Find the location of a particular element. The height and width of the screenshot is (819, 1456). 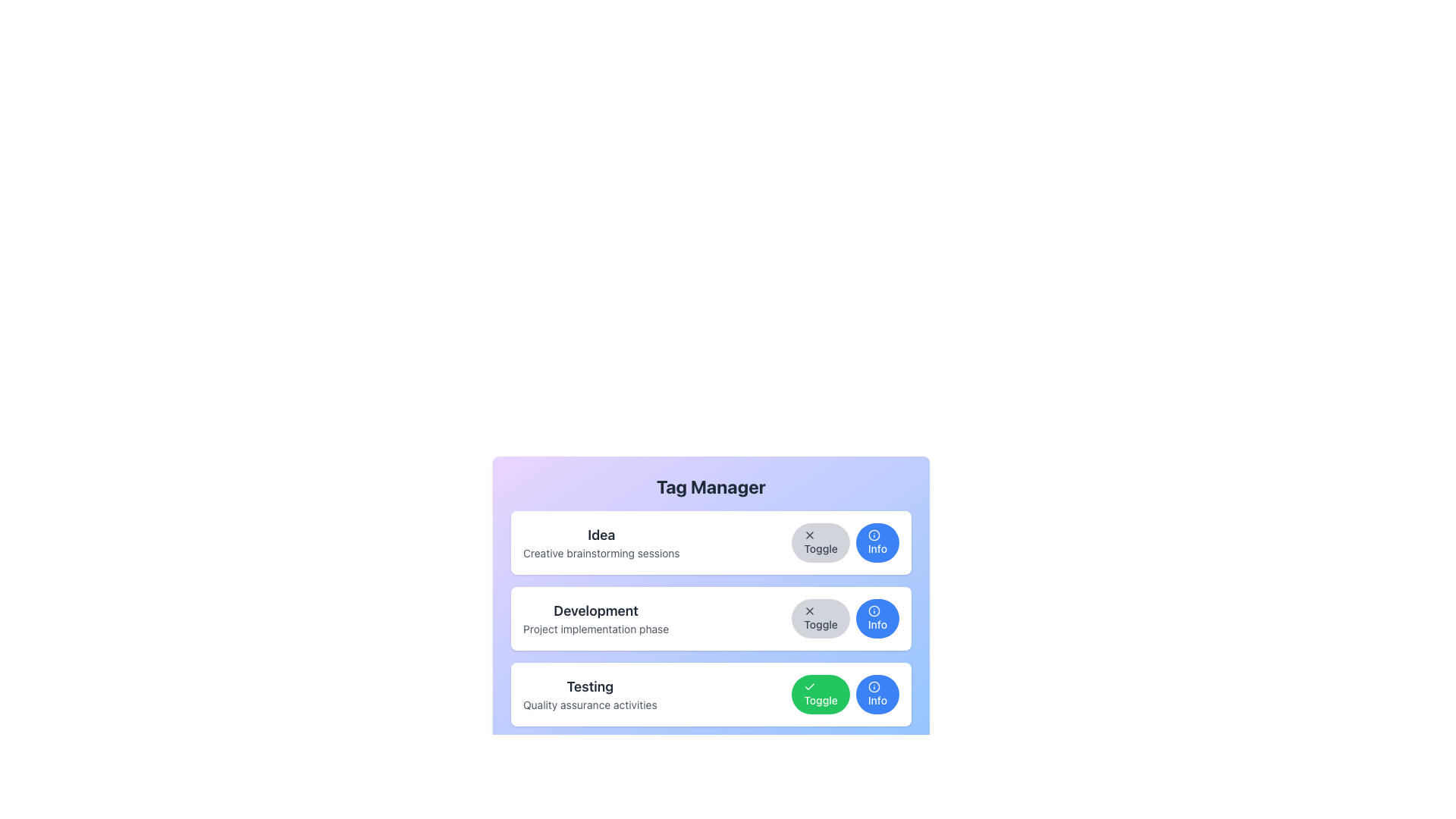

the toggle button located in the 'Idea' row of the 'Tag Manager' interface, which is the first button on the right side and to the left of the 'Info' button is located at coordinates (820, 542).